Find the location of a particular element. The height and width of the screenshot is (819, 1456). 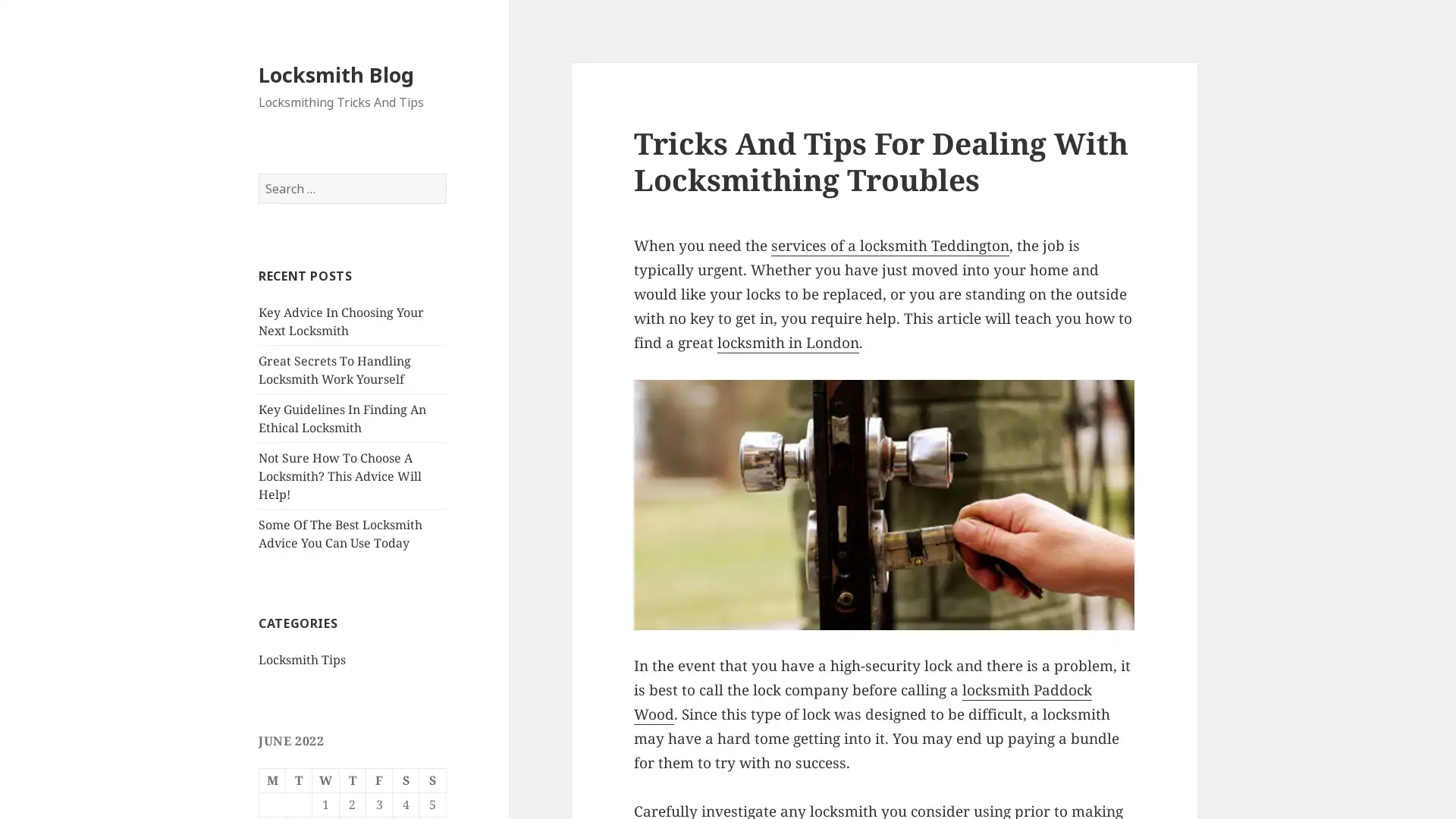

Search is located at coordinates (444, 172).